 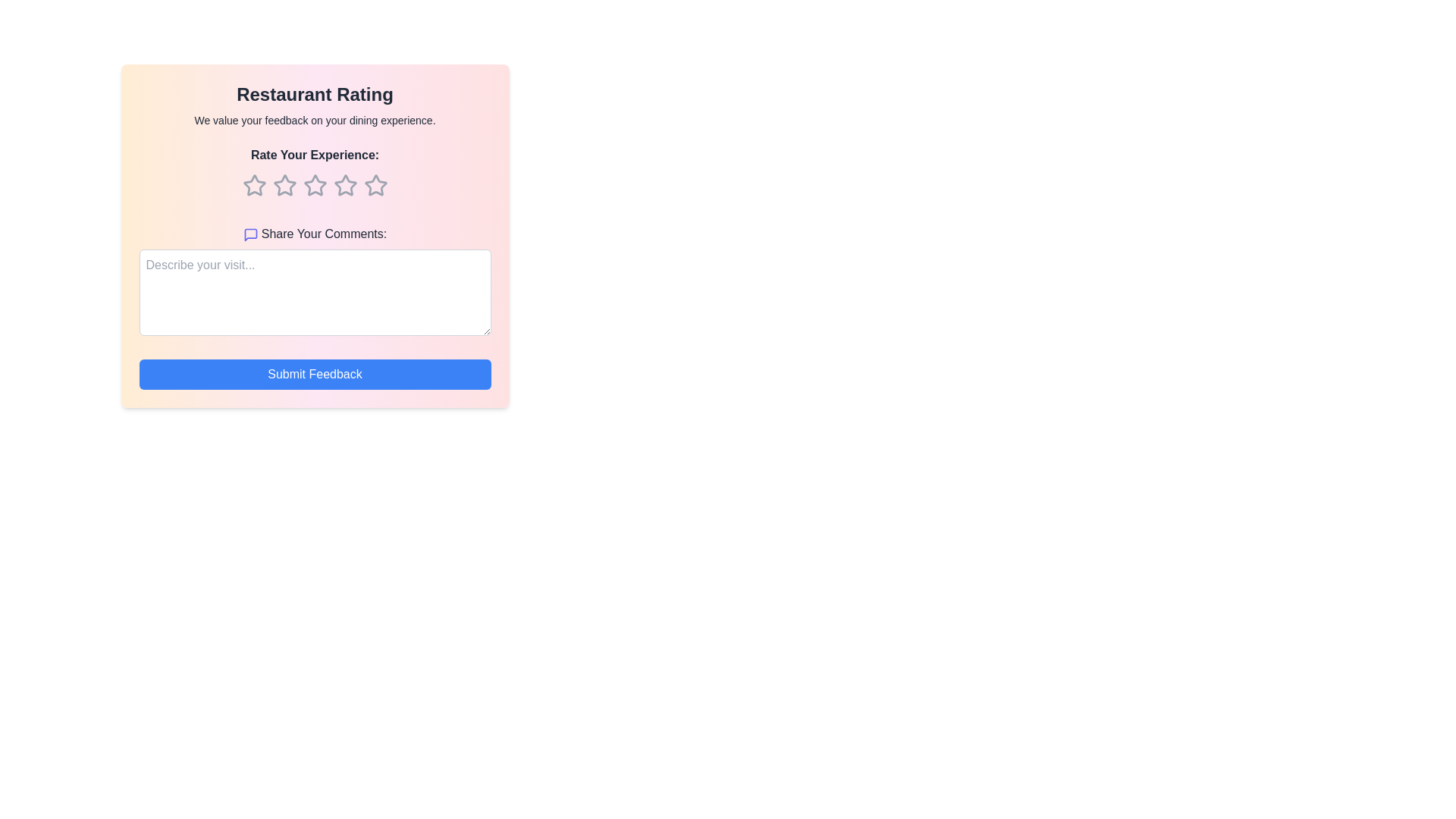 What do you see at coordinates (375, 185) in the screenshot?
I see `the fifth star icon in the rating section` at bounding box center [375, 185].